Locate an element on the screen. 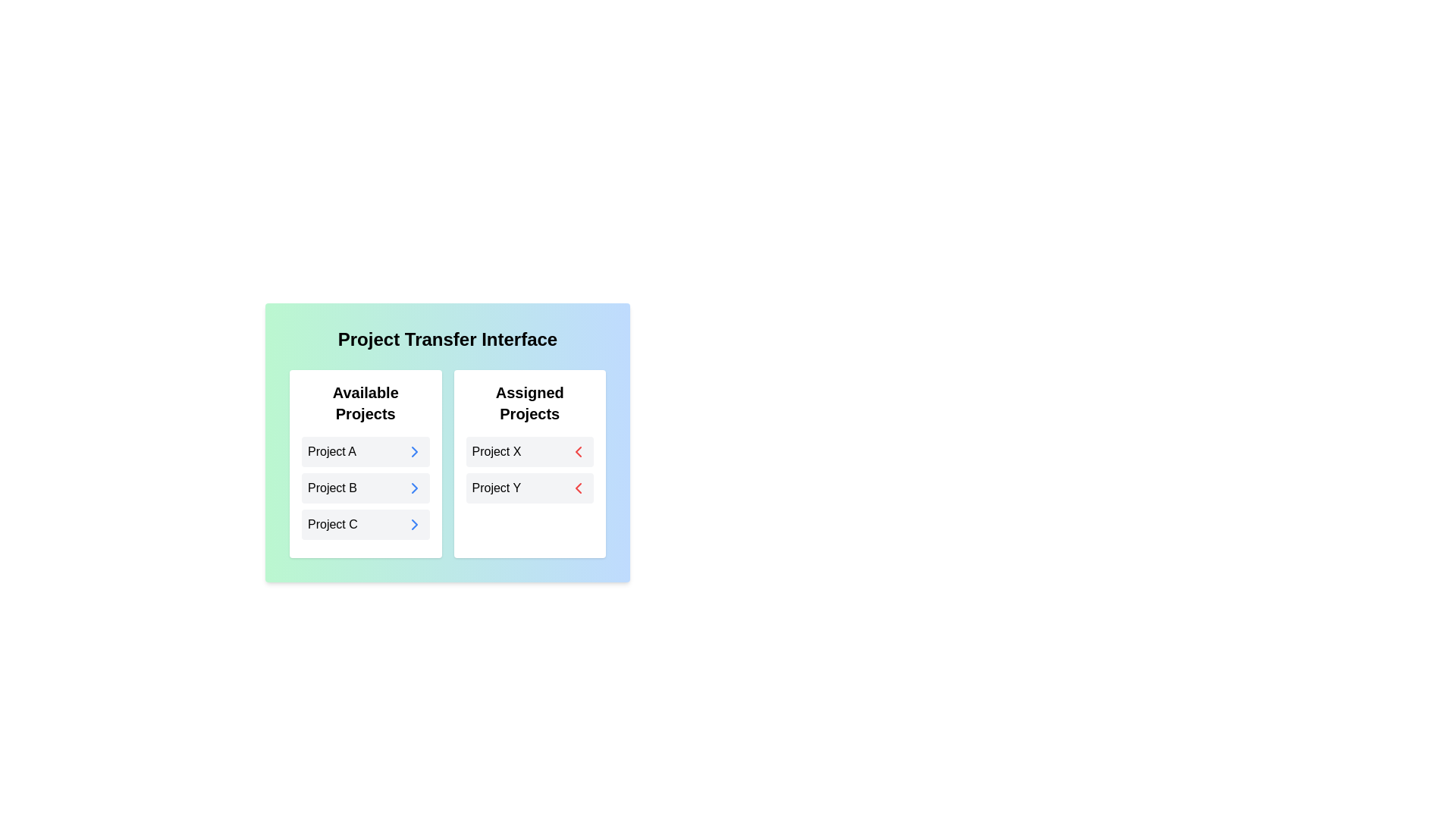 This screenshot has height=819, width=1456. the blue chevron button located immediately to the right of the 'Project B' text label is located at coordinates (414, 488).